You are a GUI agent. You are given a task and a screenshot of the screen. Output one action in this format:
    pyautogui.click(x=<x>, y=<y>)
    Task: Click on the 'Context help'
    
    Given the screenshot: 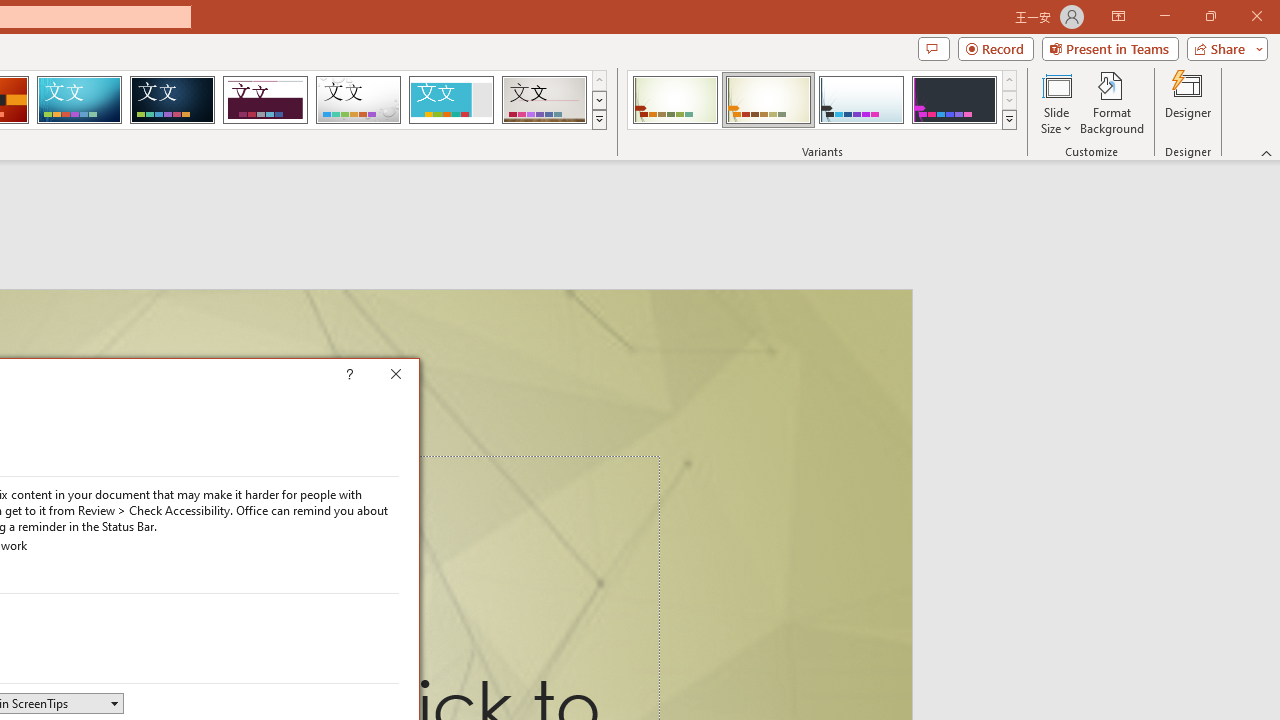 What is the action you would take?
    pyautogui.click(x=378, y=376)
    